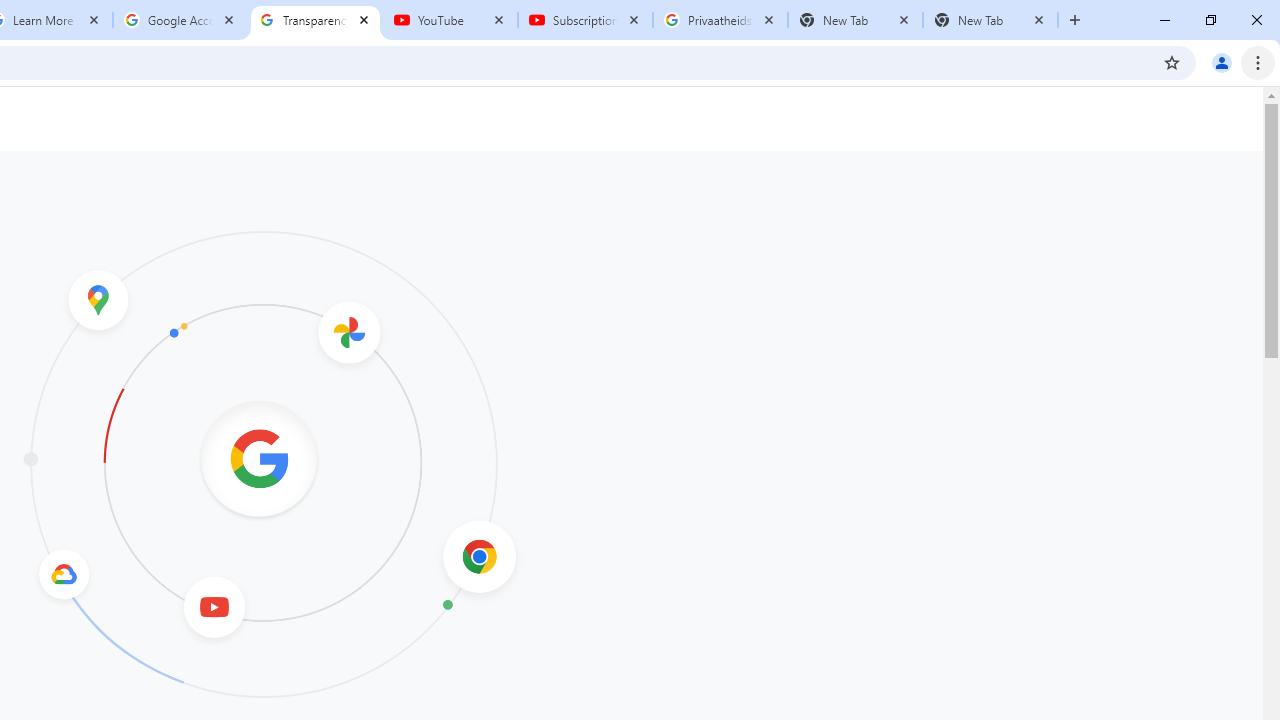  Describe the element at coordinates (584, 20) in the screenshot. I see `'Subscriptions - YouTube'` at that location.